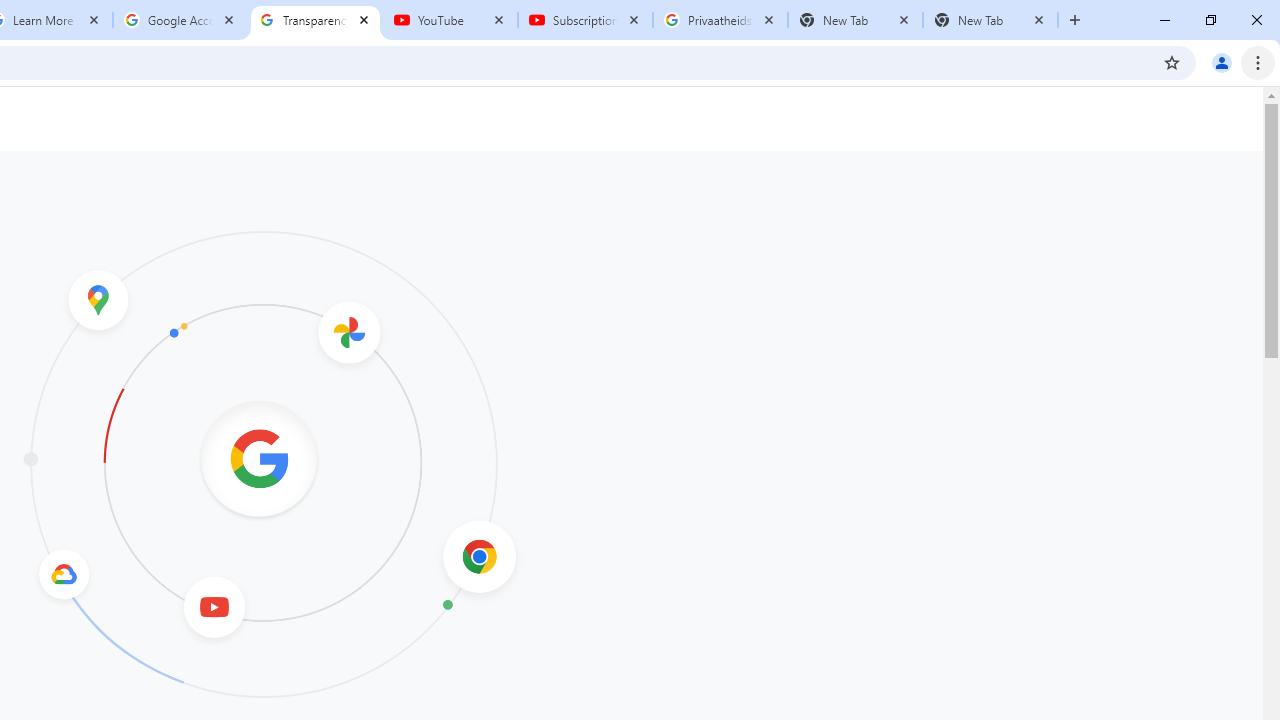  Describe the element at coordinates (584, 20) in the screenshot. I see `'Subscriptions - YouTube'` at that location.